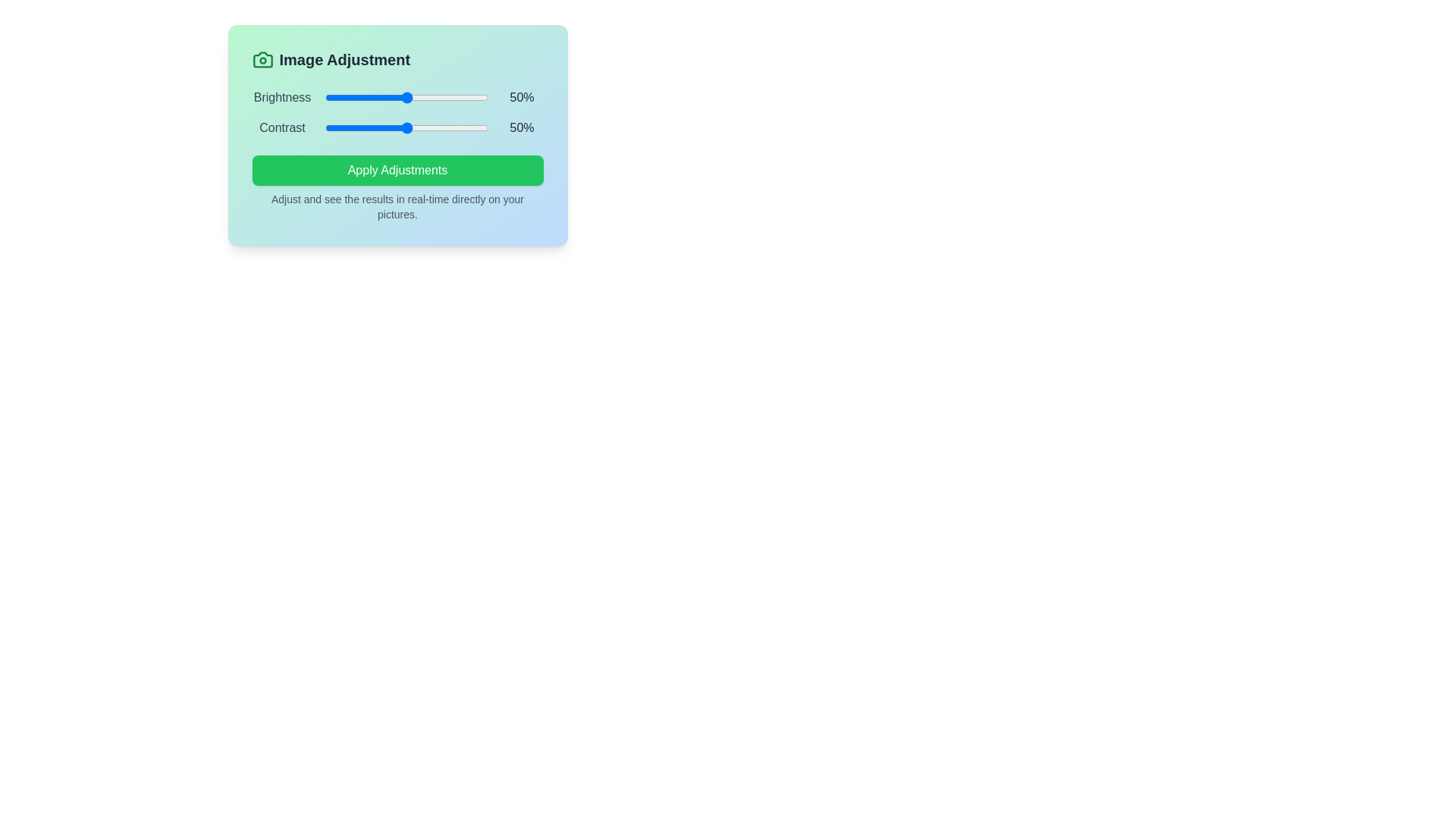 The width and height of the screenshot is (1456, 819). What do you see at coordinates (397, 170) in the screenshot?
I see `the 'Apply Adjustments' button to apply the current settings` at bounding box center [397, 170].